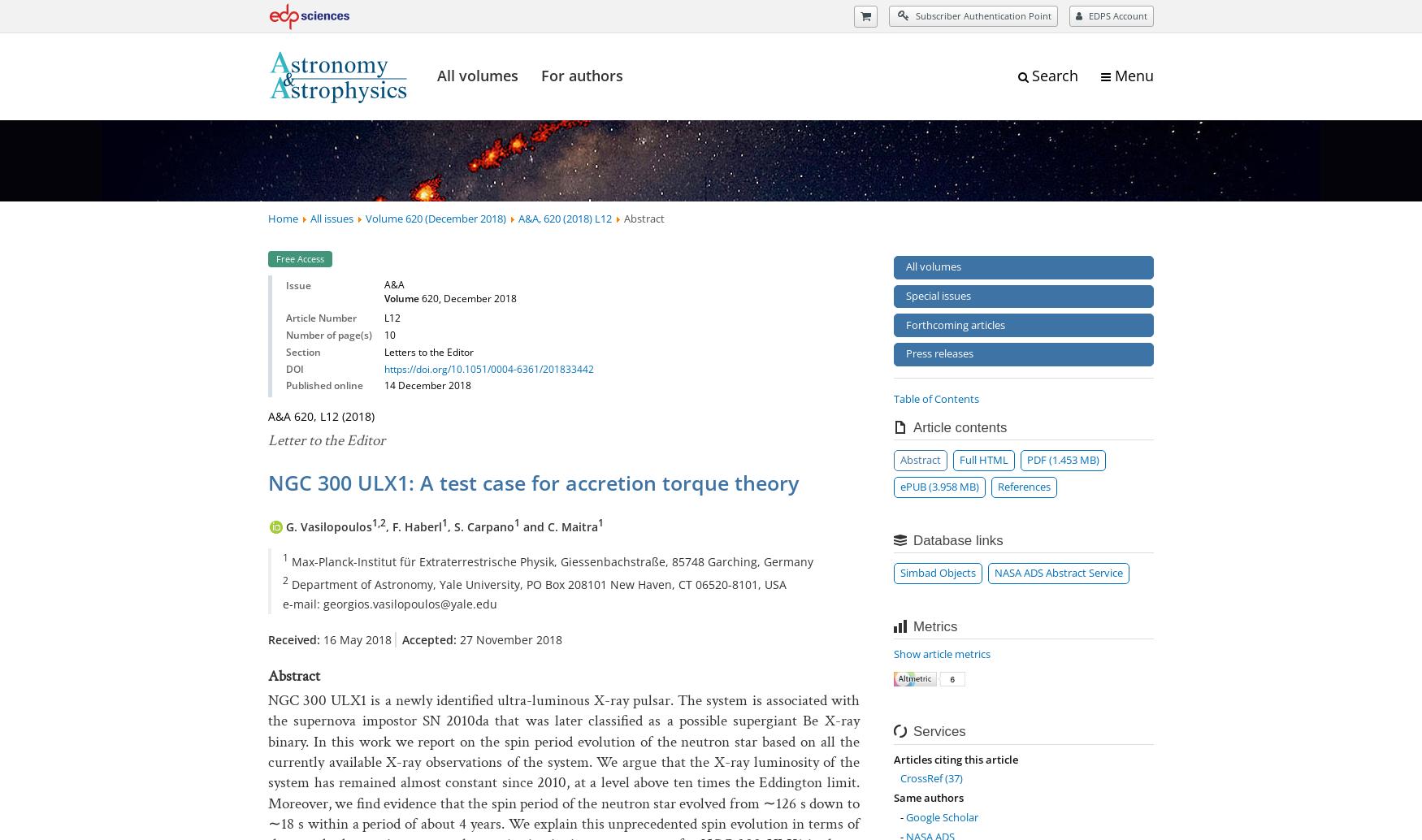 Image resolution: width=1422 pixels, height=840 pixels. I want to click on 'Books', so click(421, 15).